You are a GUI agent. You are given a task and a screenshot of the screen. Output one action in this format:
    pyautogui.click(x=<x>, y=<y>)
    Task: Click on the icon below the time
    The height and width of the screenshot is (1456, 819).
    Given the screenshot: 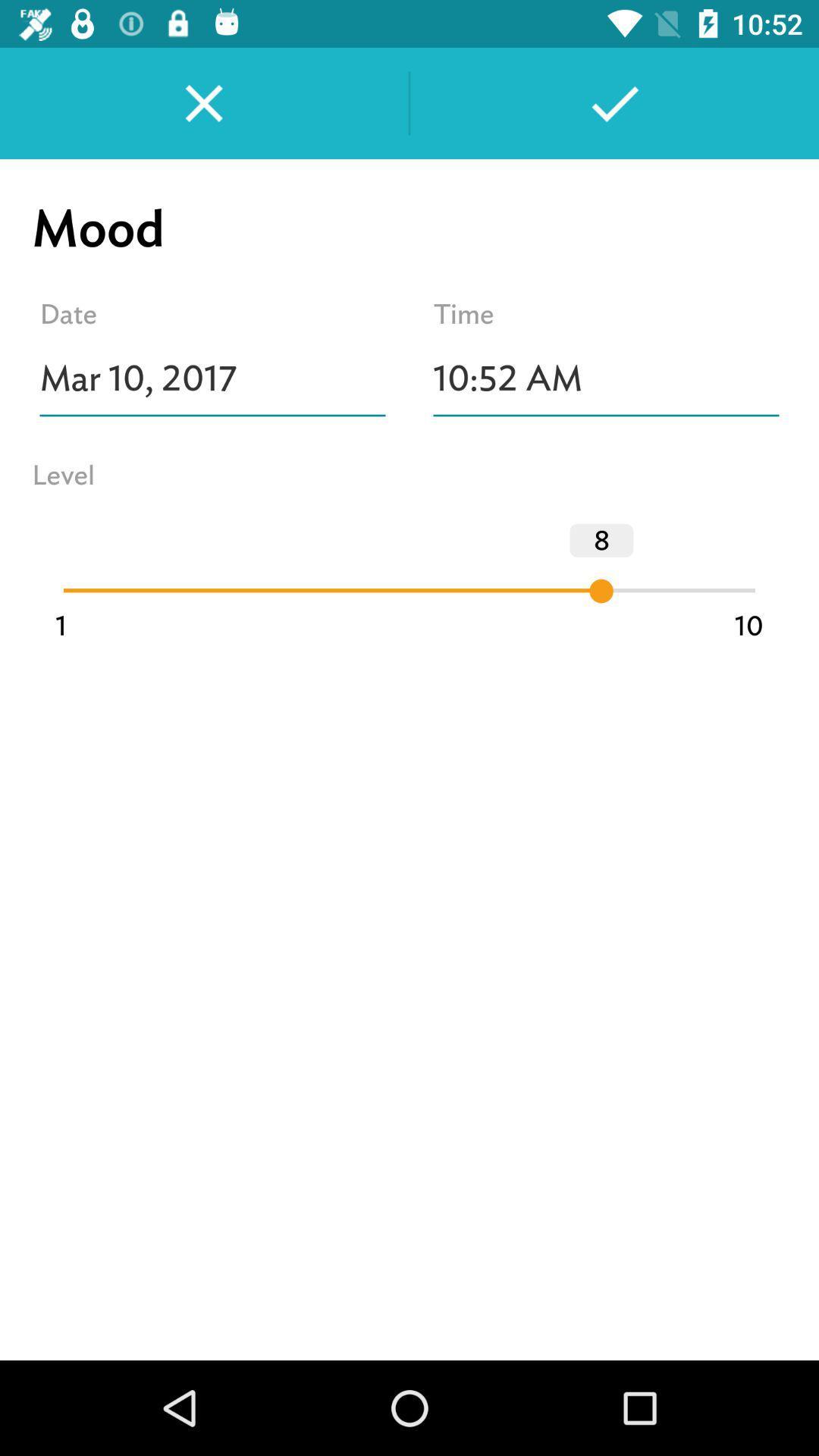 What is the action you would take?
    pyautogui.click(x=605, y=378)
    